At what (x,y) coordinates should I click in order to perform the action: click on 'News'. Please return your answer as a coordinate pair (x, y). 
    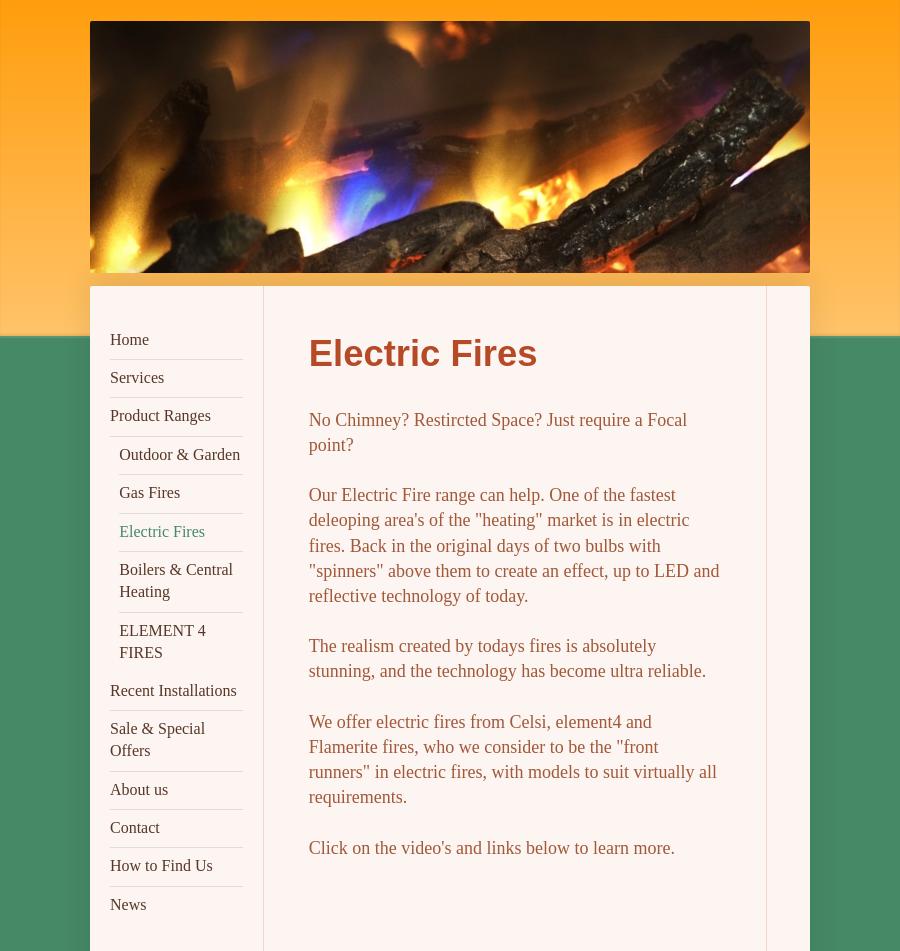
    Looking at the image, I should click on (127, 902).